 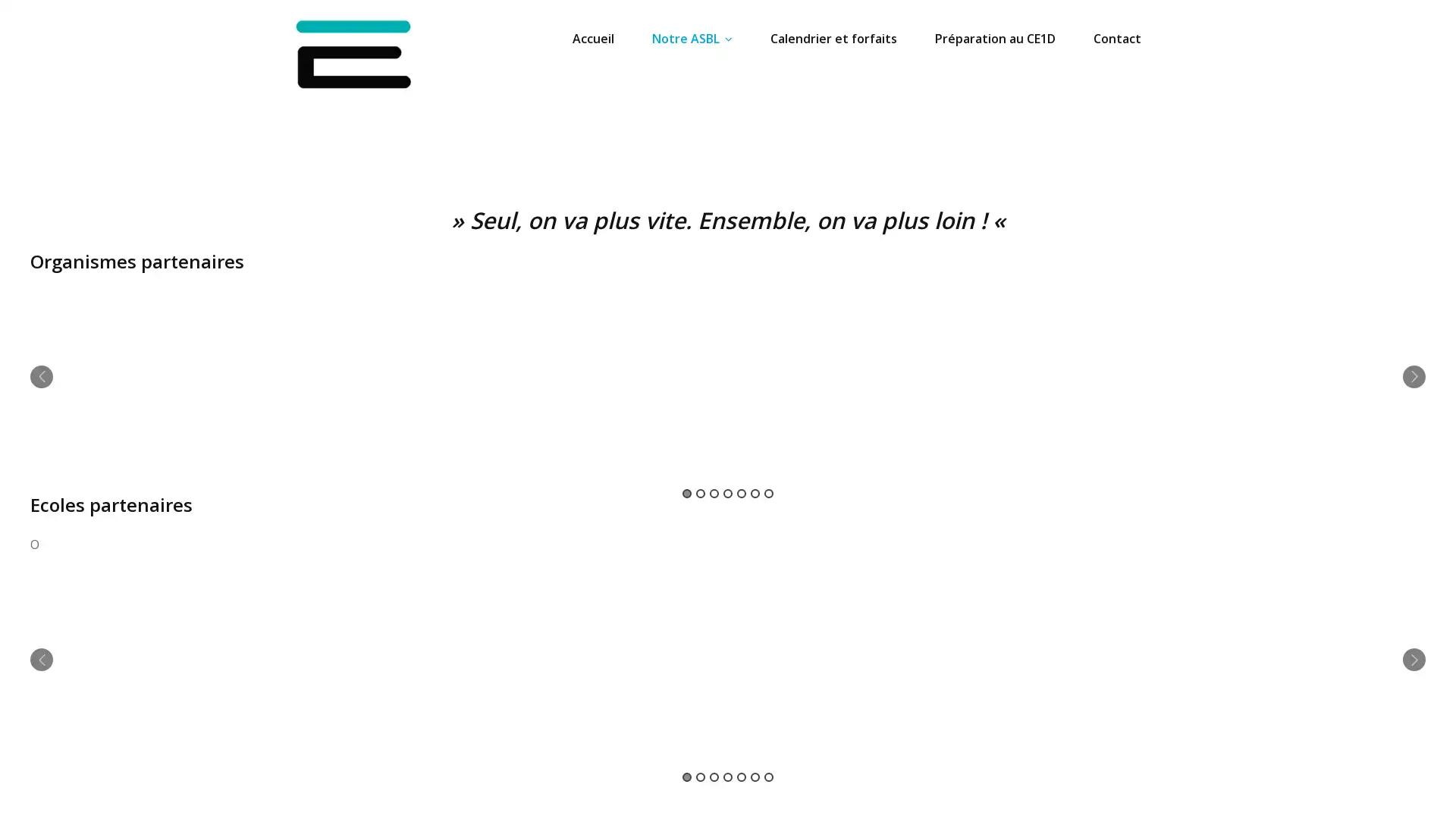 What do you see at coordinates (742, 776) in the screenshot?
I see `5` at bounding box center [742, 776].